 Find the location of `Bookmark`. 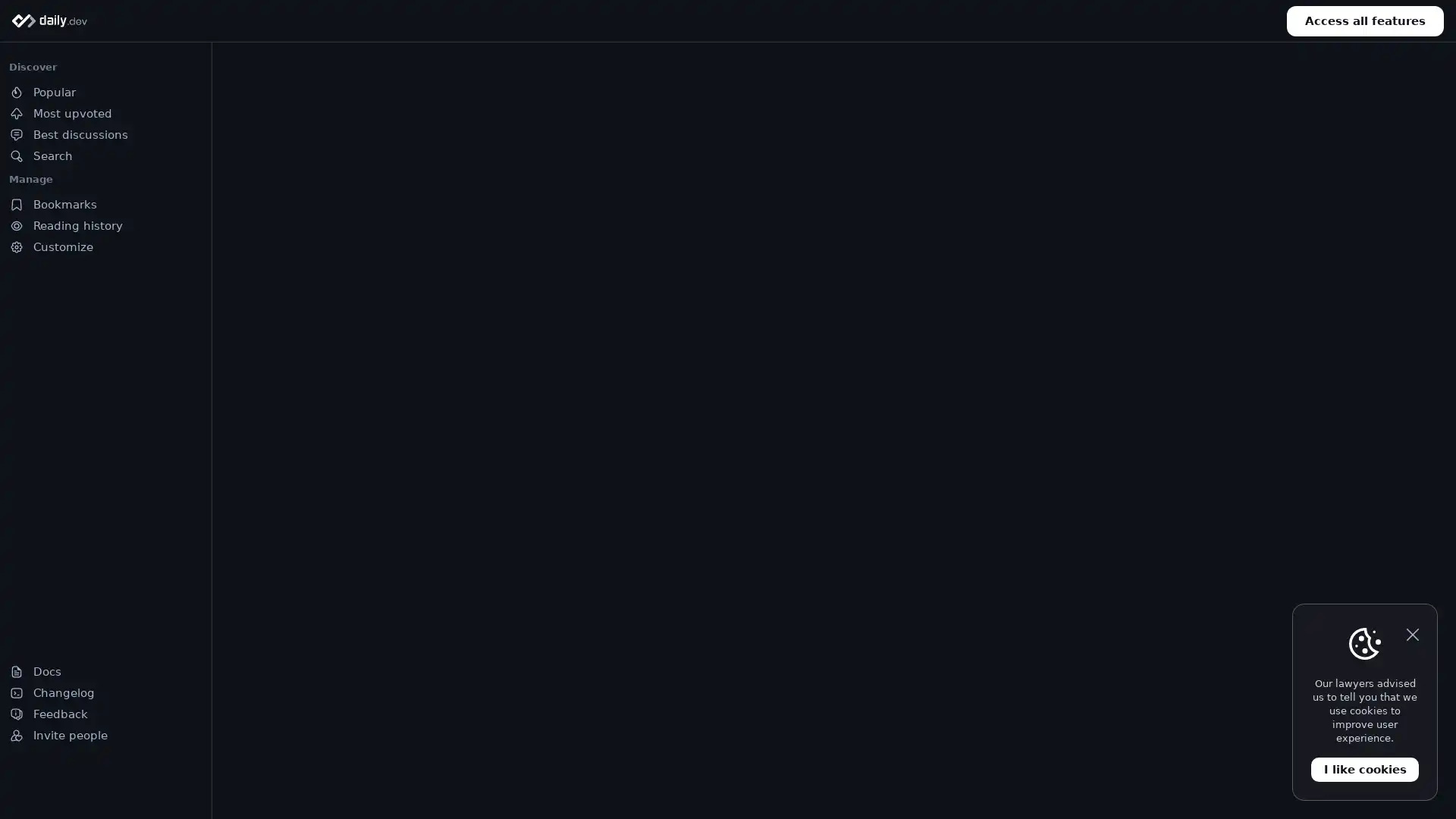

Bookmark is located at coordinates (787, 424).